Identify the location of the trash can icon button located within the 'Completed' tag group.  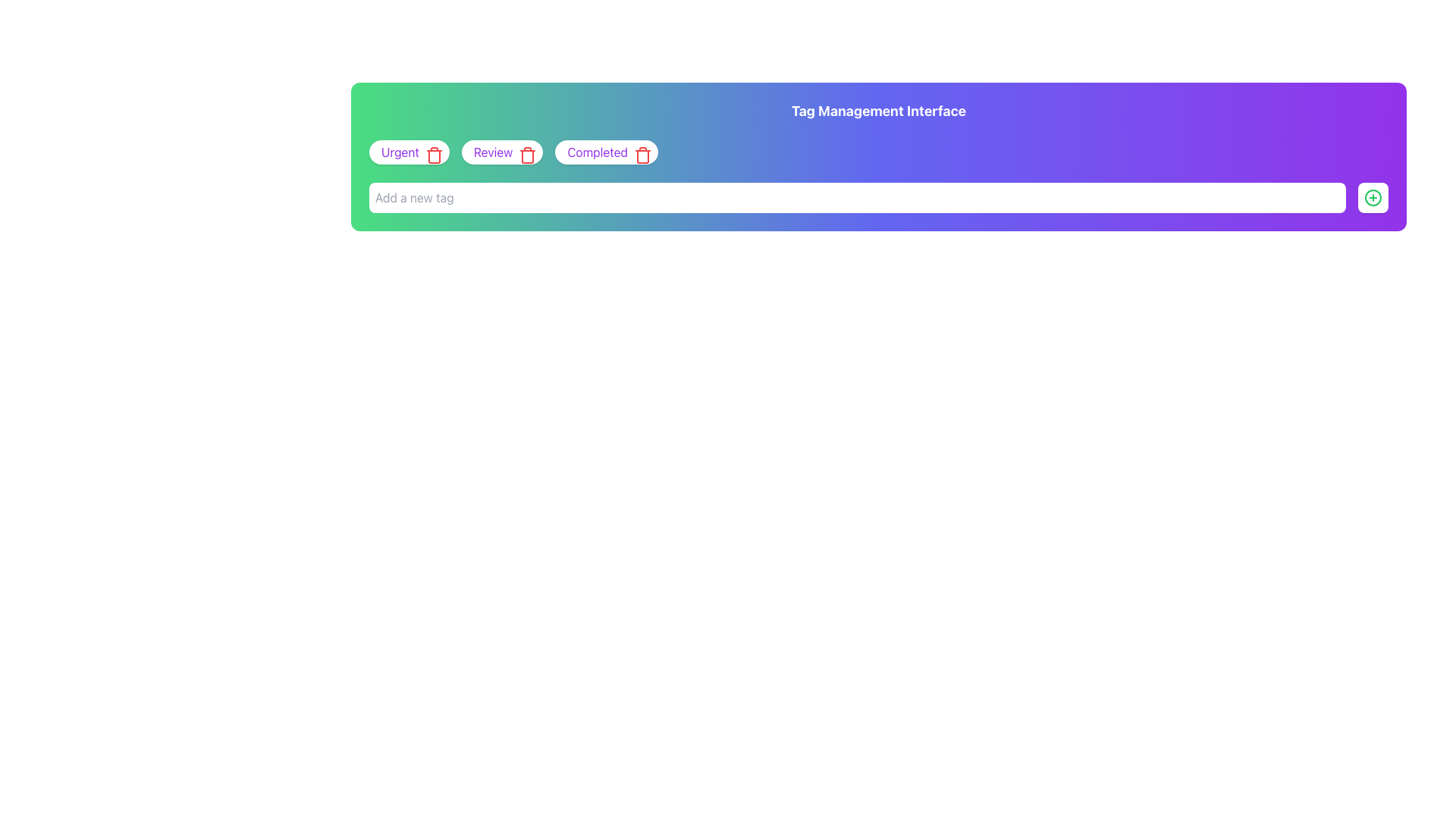
(642, 155).